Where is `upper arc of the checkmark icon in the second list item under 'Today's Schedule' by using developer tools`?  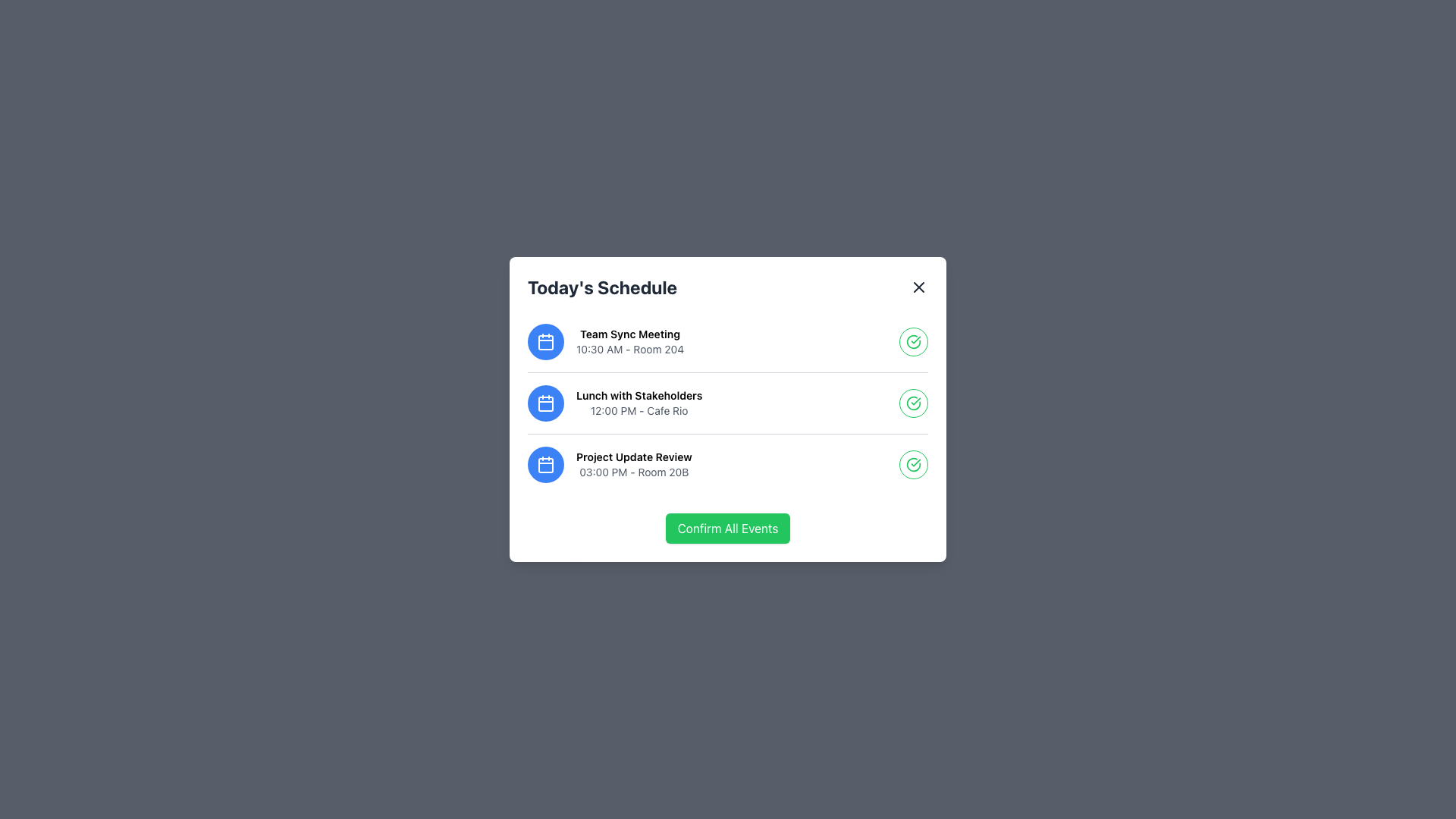
upper arc of the checkmark icon in the second list item under 'Today's Schedule' by using developer tools is located at coordinates (912, 403).